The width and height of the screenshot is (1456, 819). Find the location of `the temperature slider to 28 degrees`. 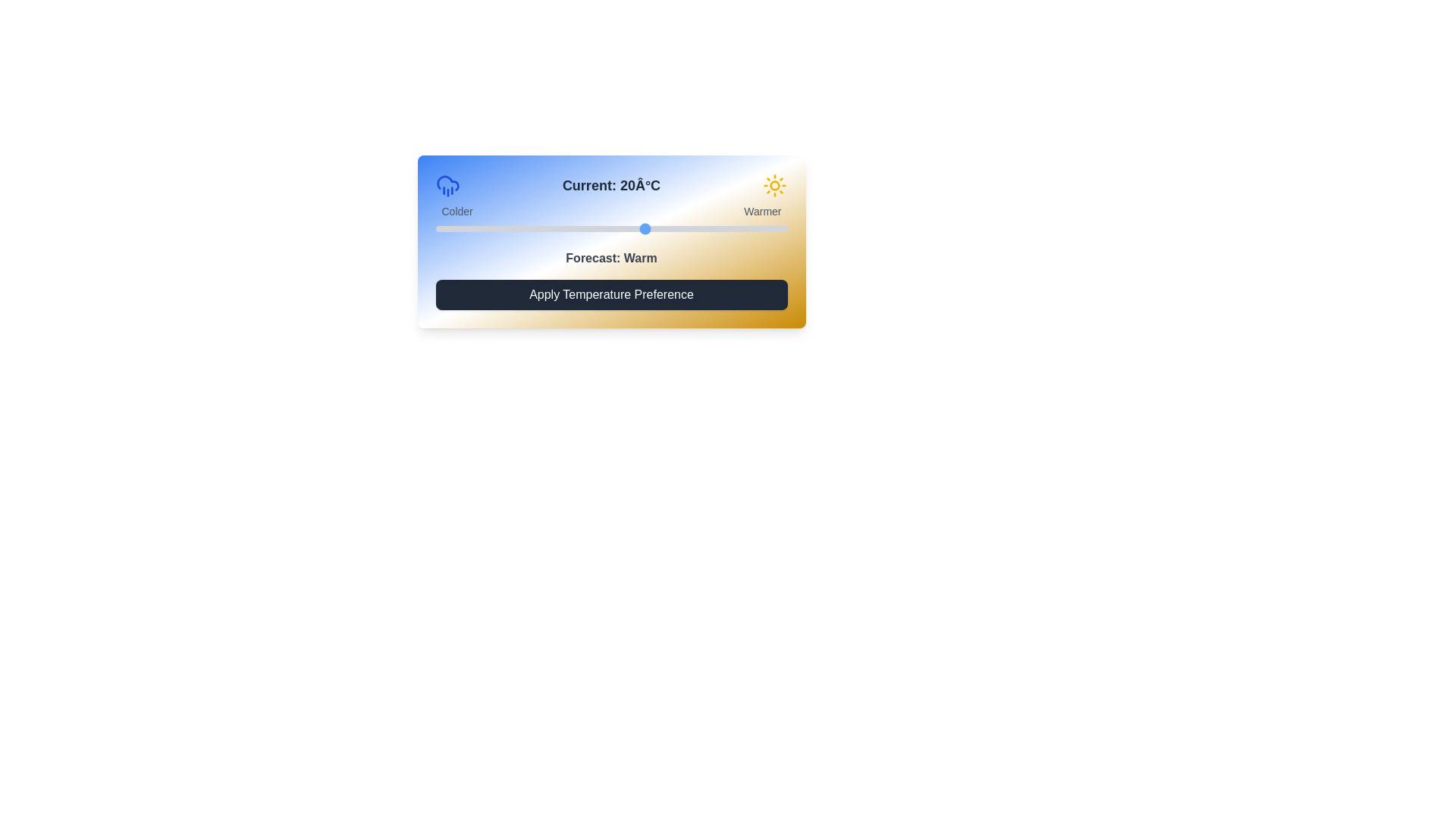

the temperature slider to 28 degrees is located at coordinates (702, 228).